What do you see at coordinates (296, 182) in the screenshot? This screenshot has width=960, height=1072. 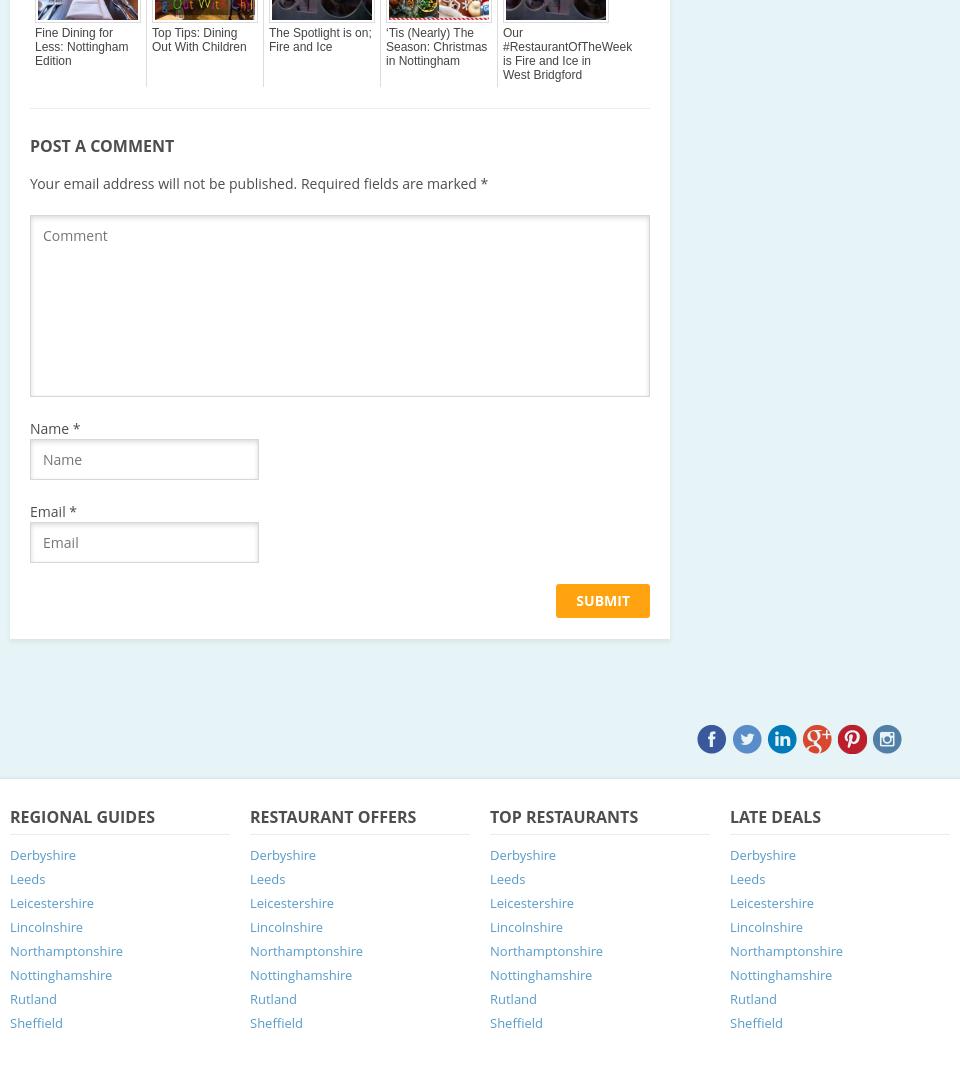 I see `'Required fields are marked'` at bounding box center [296, 182].